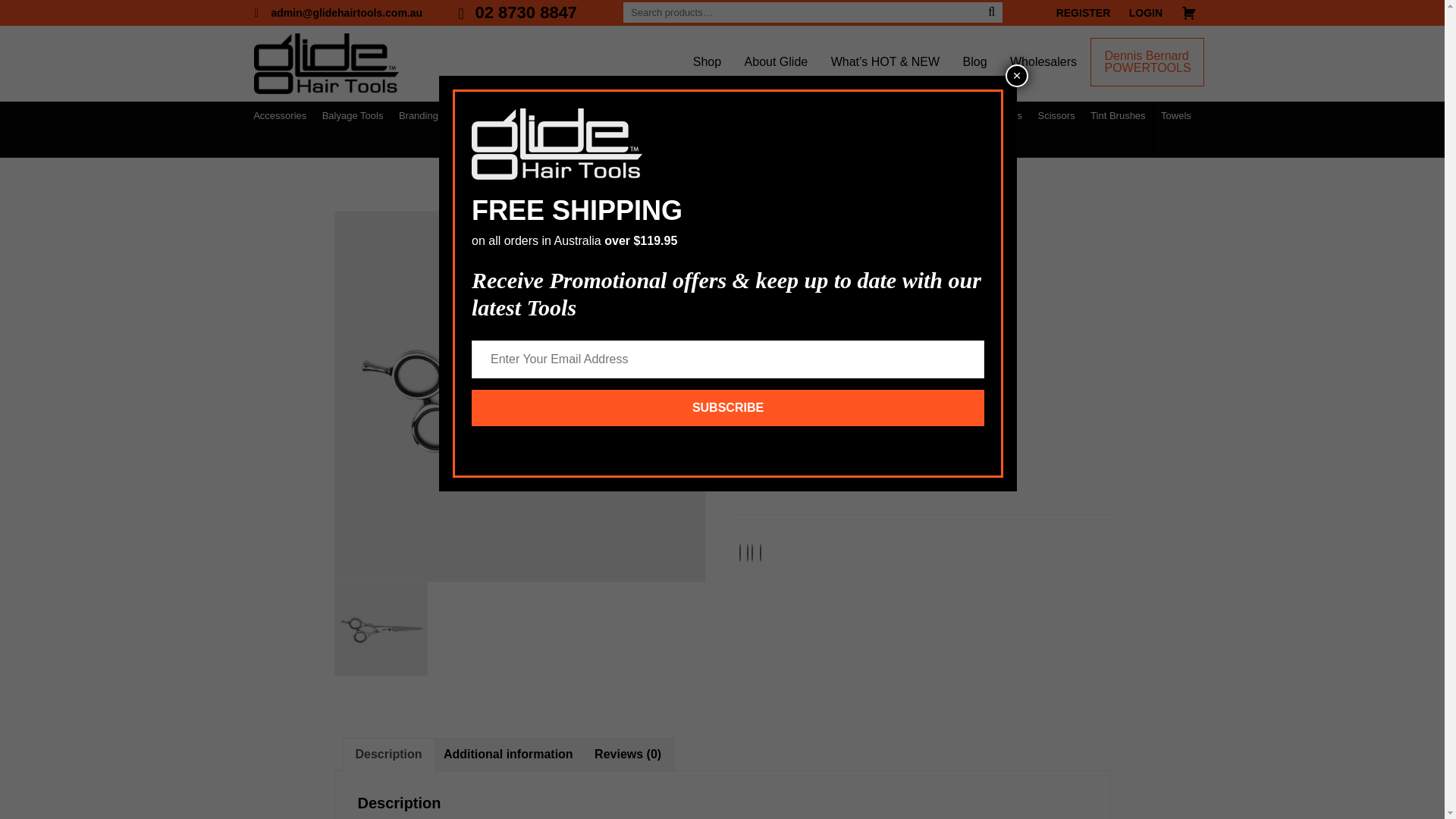  I want to click on 'LOGIN', so click(1121, 12).